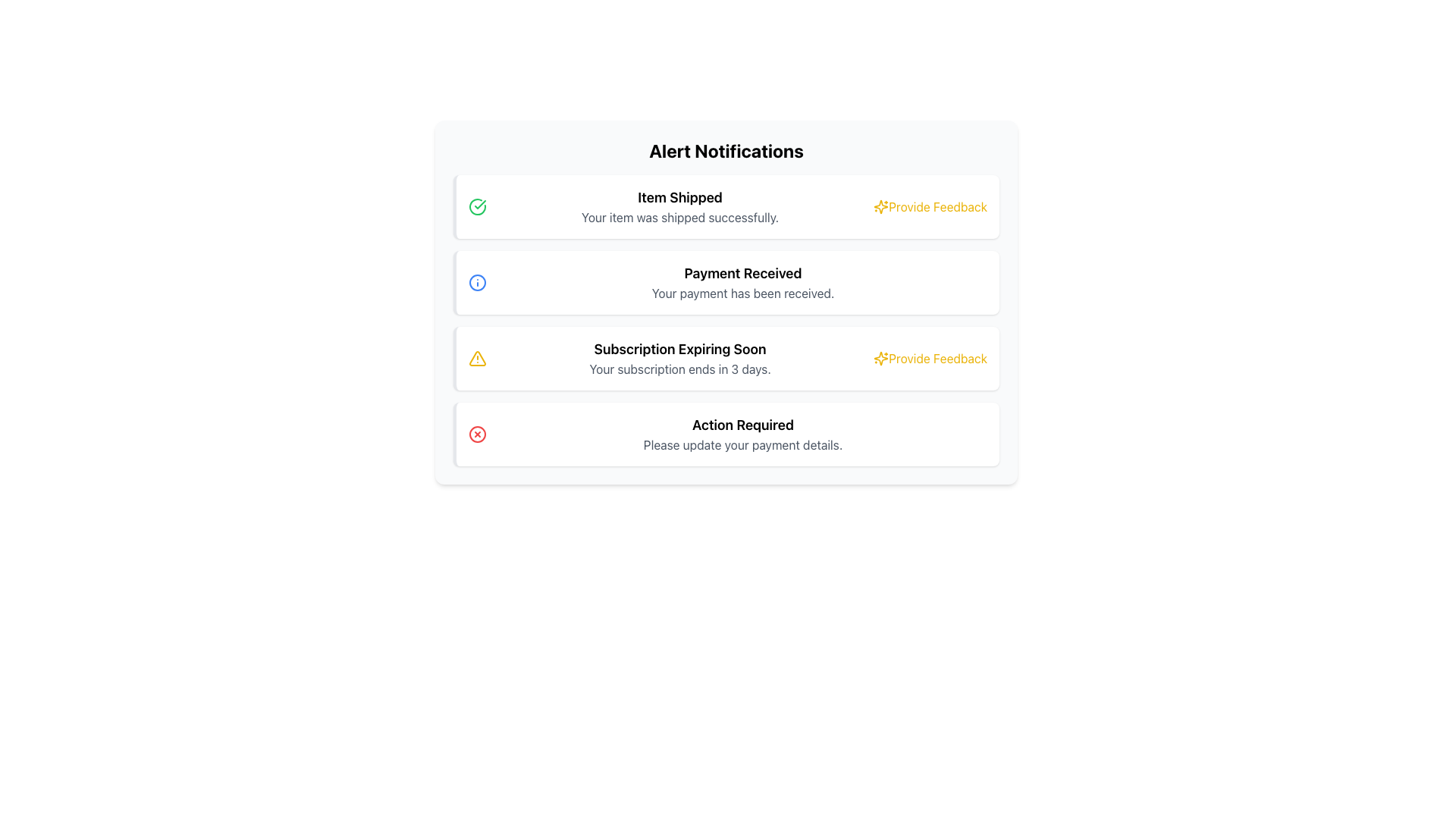 This screenshot has width=1456, height=819. What do you see at coordinates (476, 207) in the screenshot?
I see `the circular outline of the green checkmark icon that indicates the status of the notification as successfully shipped, located to the left of the 'Item Shipped' notification text` at bounding box center [476, 207].